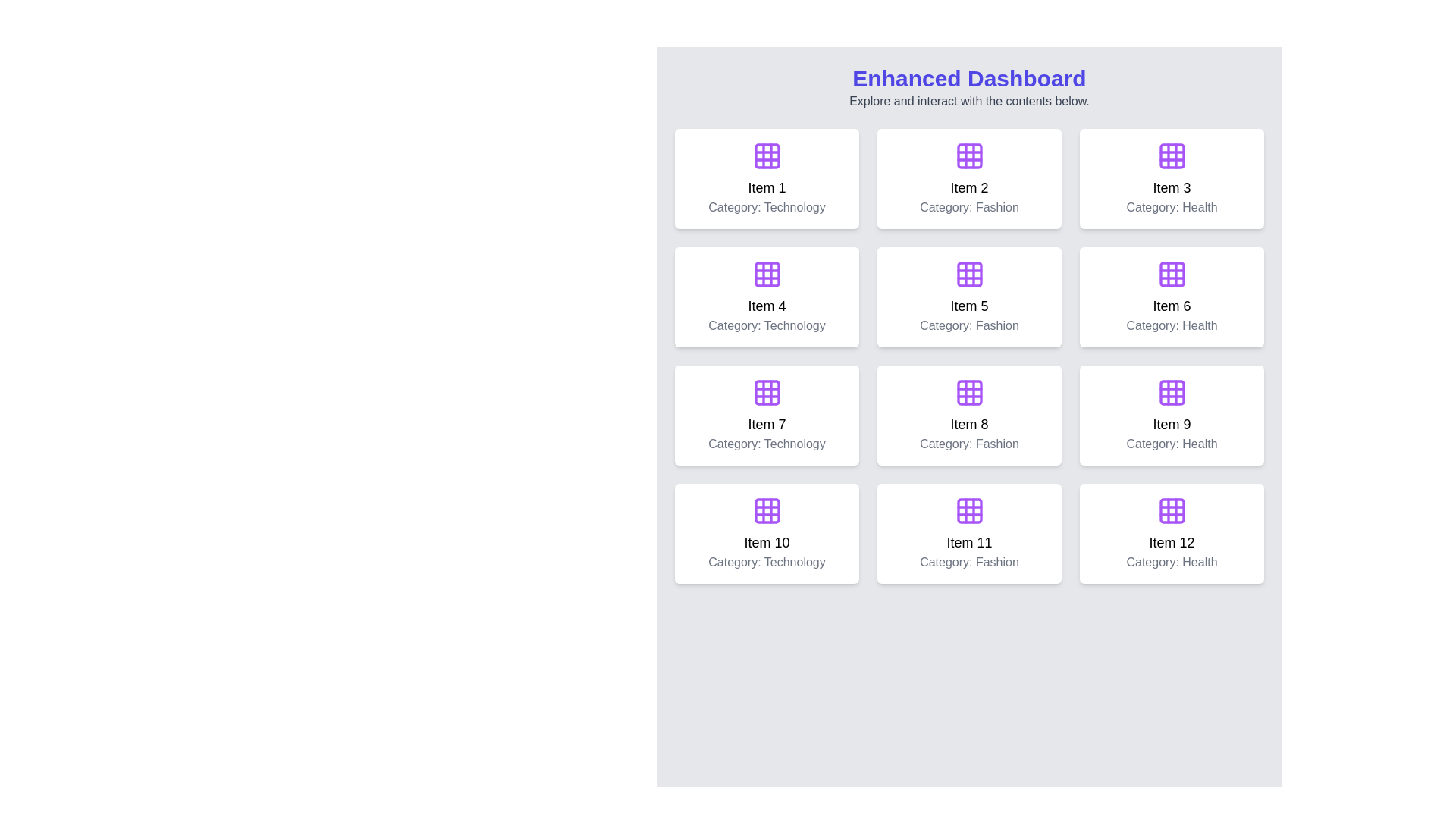 Image resolution: width=1456 pixels, height=819 pixels. What do you see at coordinates (767, 187) in the screenshot?
I see `the Label element displaying the text 'Item 1', which is positioned beneath a grid icon and above the text 'Category: Technology'` at bounding box center [767, 187].